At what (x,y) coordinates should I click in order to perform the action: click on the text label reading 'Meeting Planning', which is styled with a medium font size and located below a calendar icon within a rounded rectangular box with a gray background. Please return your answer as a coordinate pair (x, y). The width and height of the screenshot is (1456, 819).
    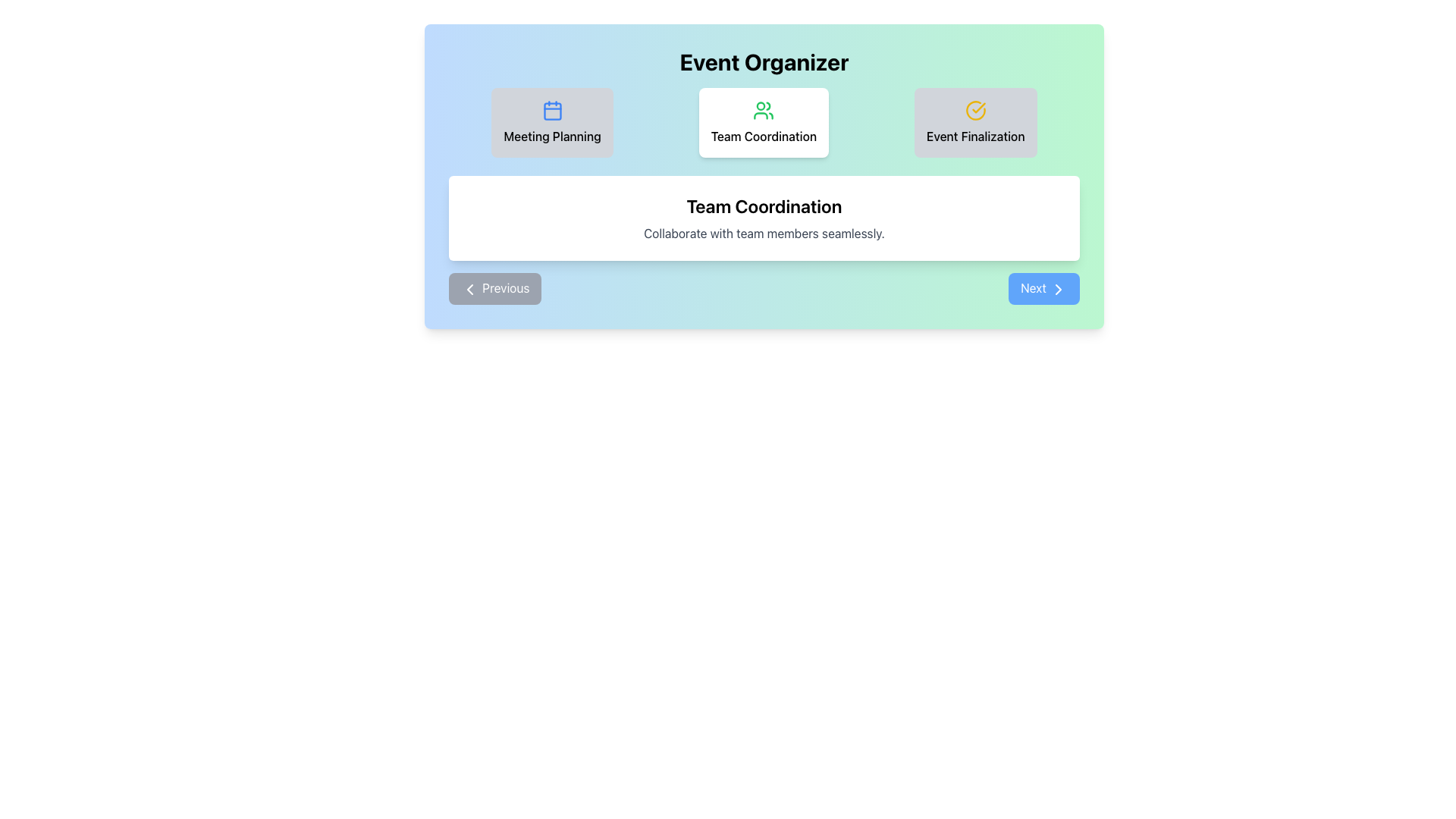
    Looking at the image, I should click on (551, 136).